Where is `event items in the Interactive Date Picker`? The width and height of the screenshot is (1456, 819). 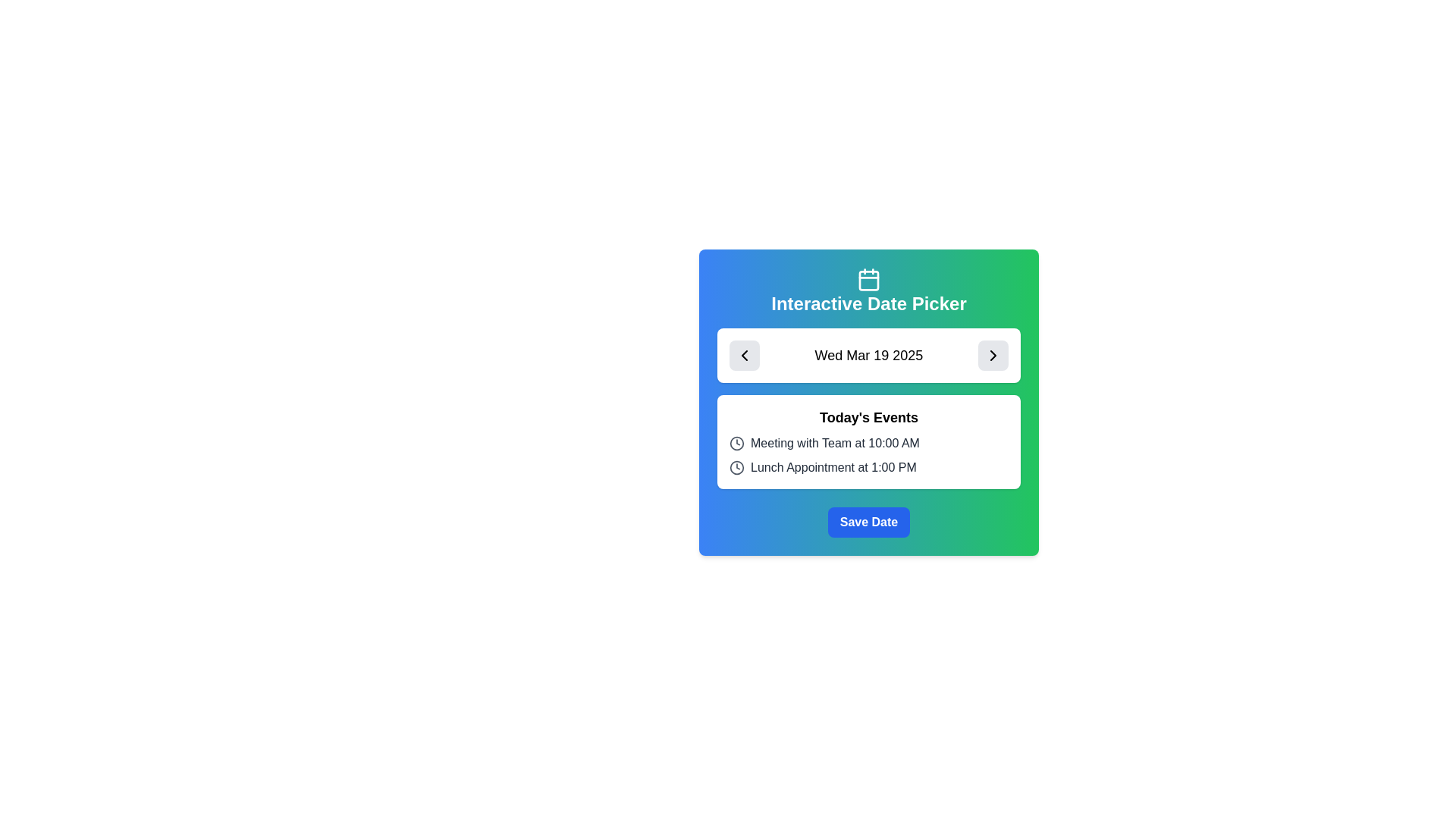
event items in the Interactive Date Picker is located at coordinates (869, 402).